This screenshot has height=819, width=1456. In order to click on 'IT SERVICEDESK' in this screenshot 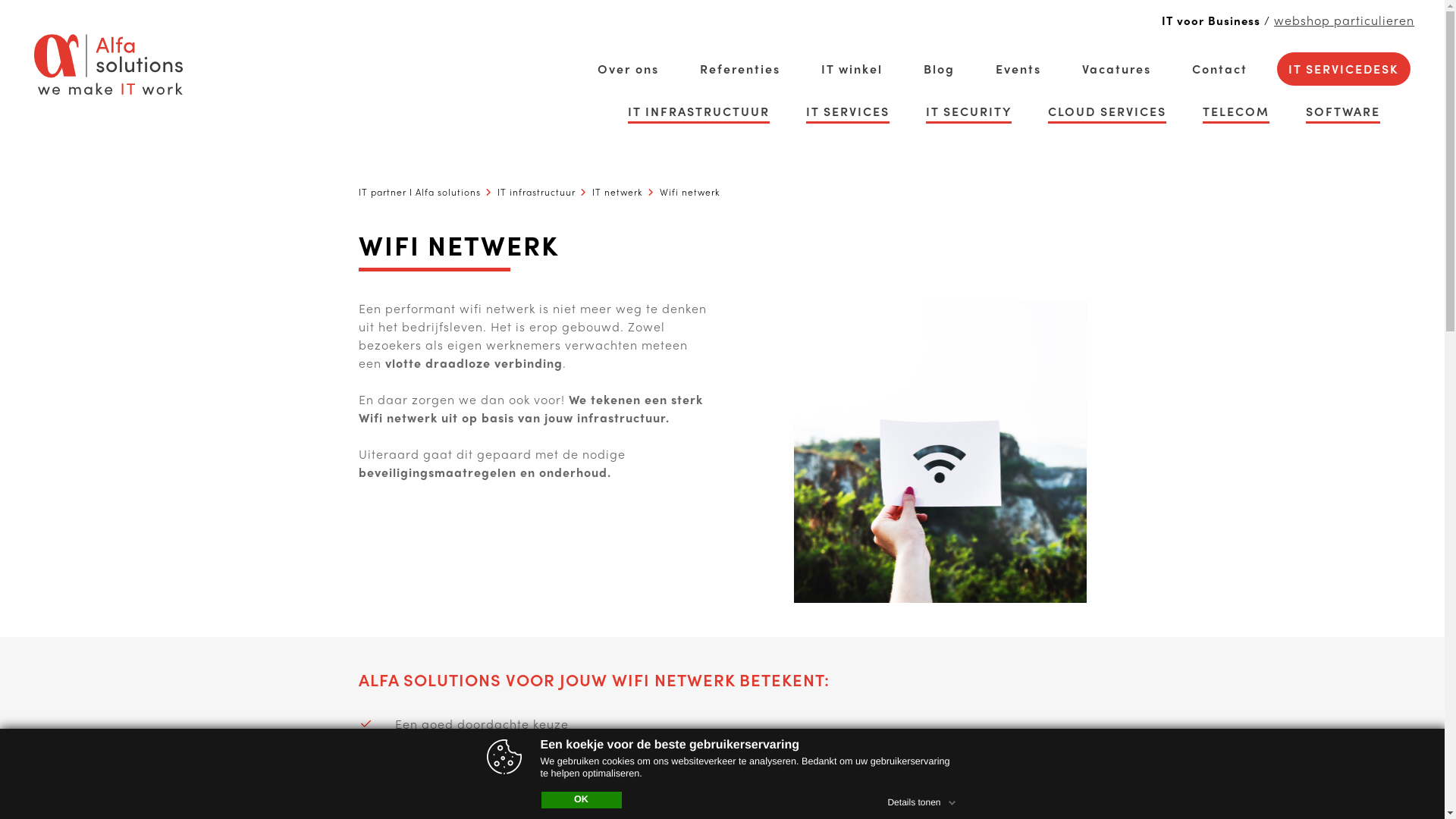, I will do `click(1343, 69)`.